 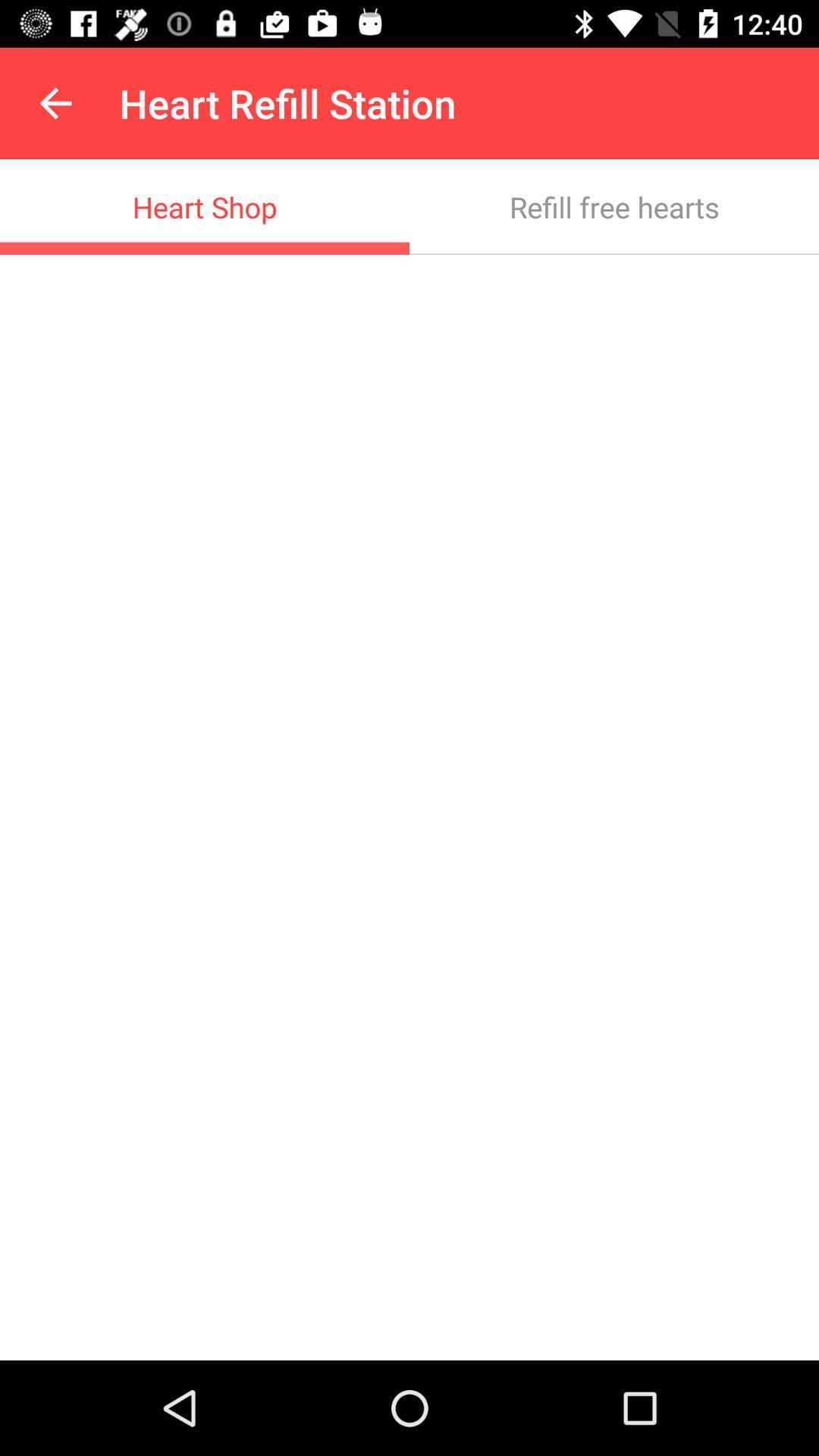 I want to click on item next to heart refill station app, so click(x=55, y=102).